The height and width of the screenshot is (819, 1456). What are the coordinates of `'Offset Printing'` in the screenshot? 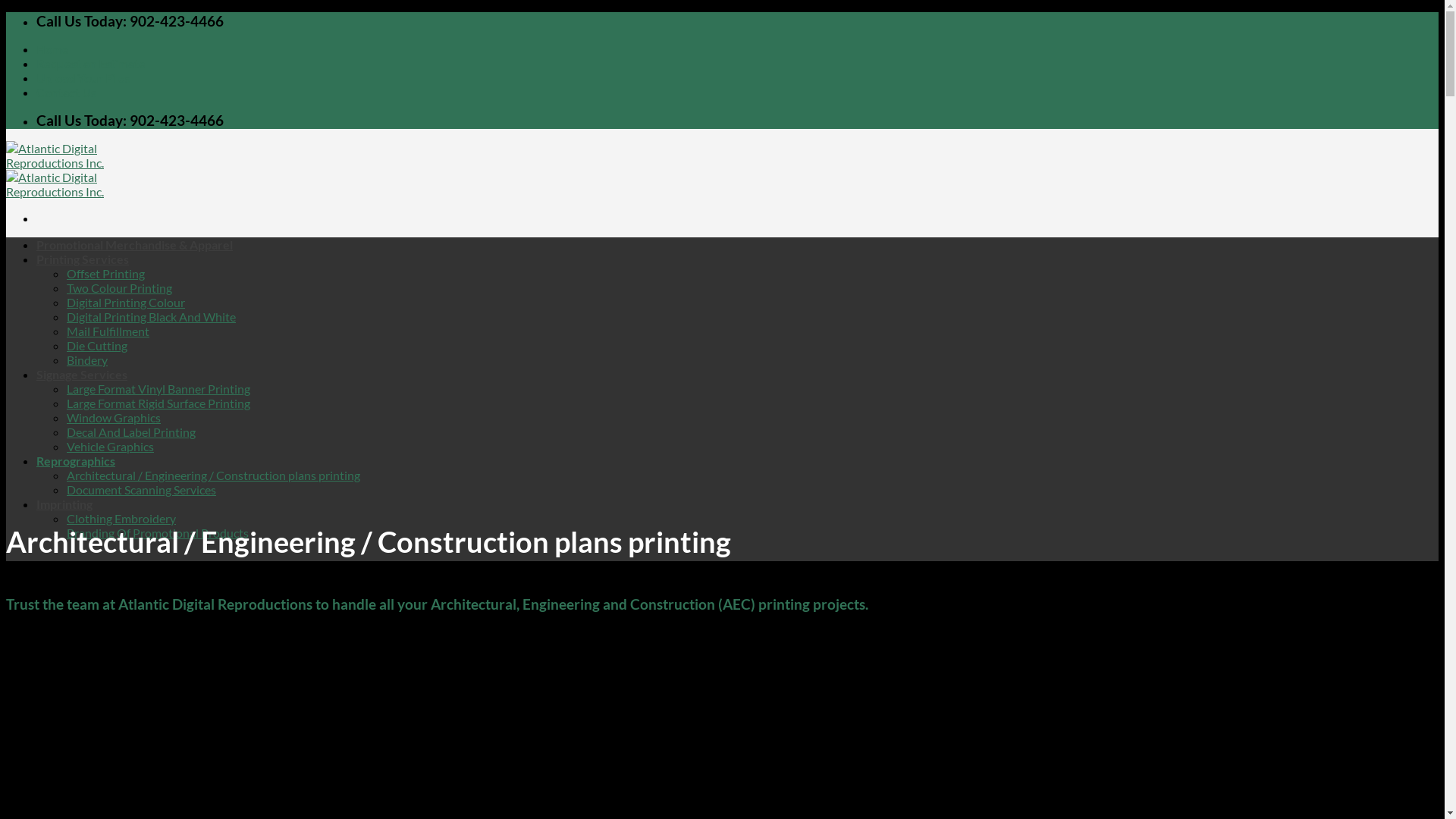 It's located at (105, 273).